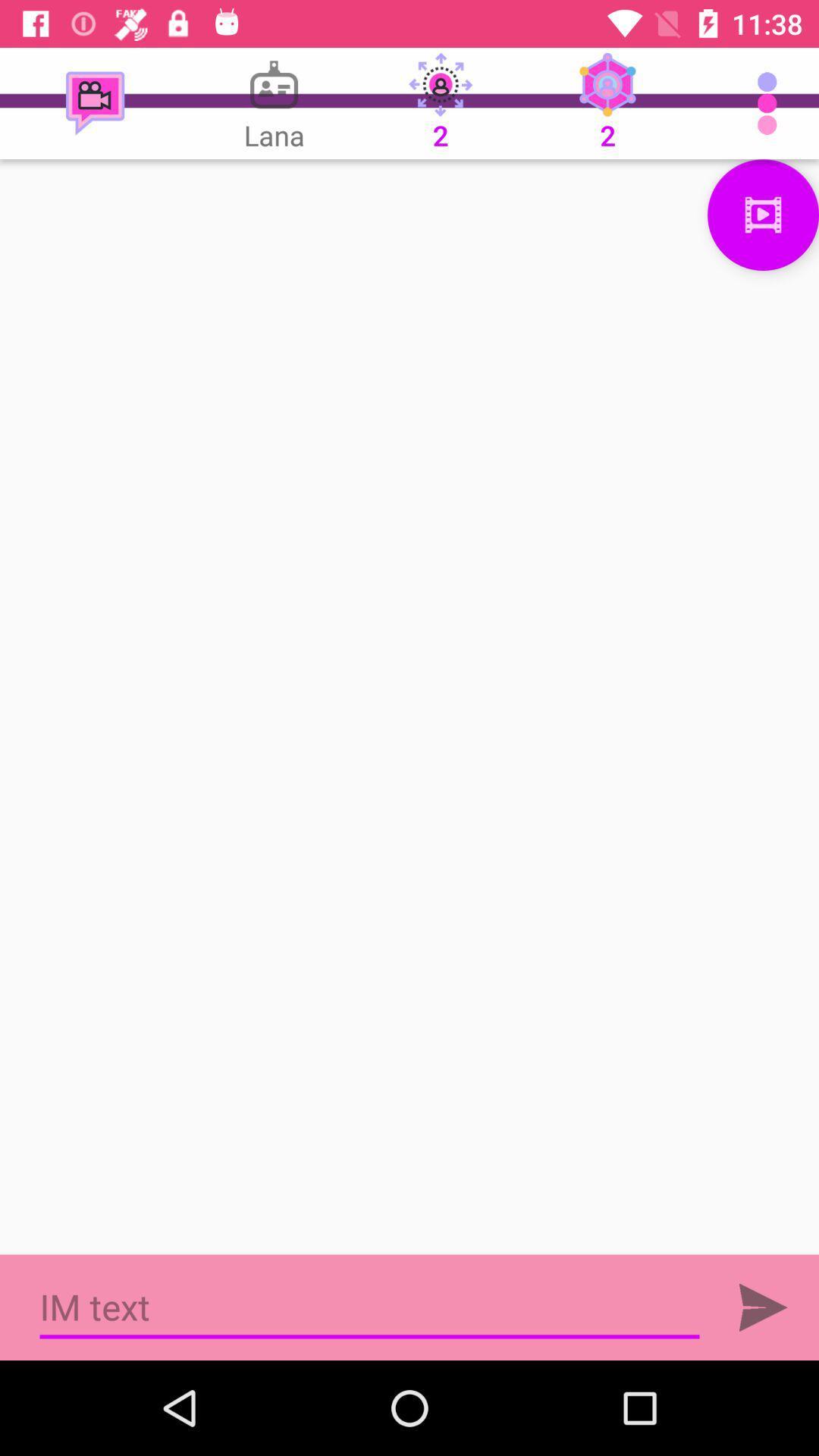  I want to click on the wallpaper icon, so click(763, 214).